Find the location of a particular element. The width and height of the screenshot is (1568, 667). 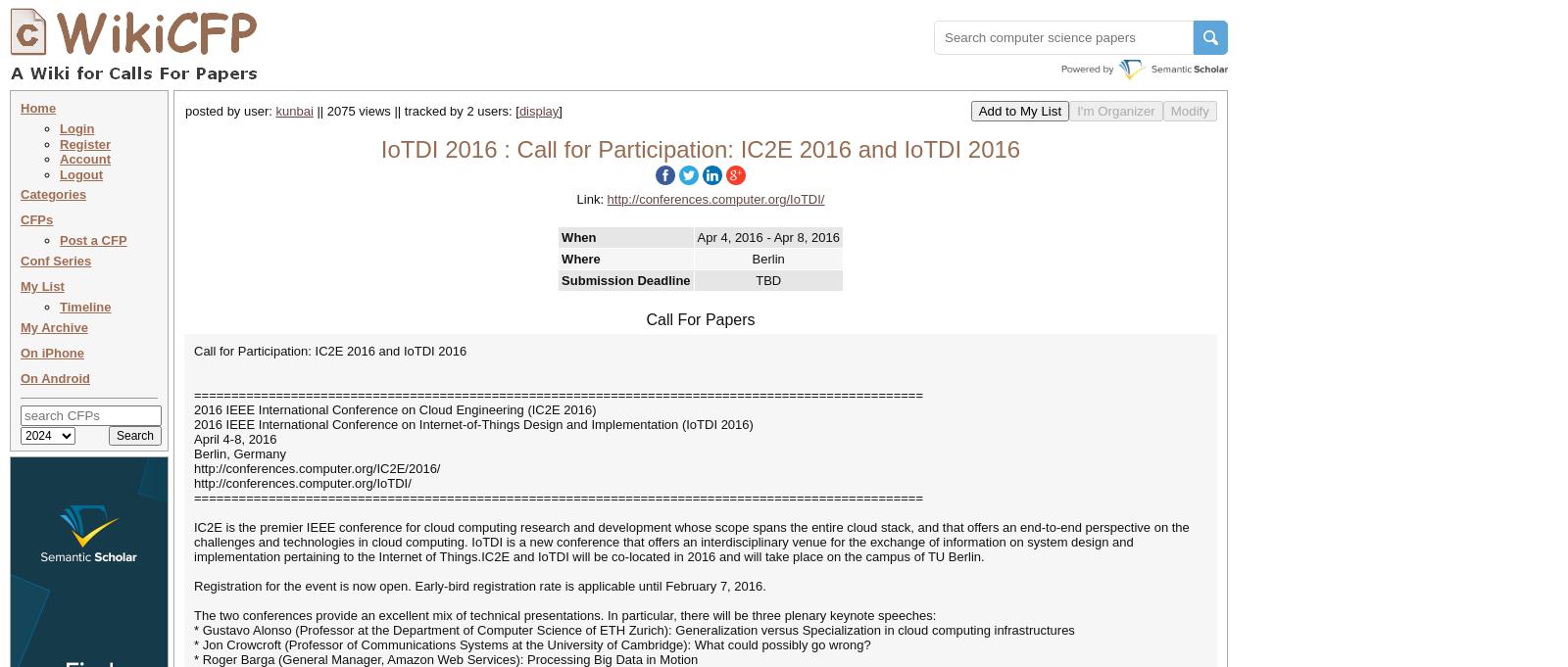

'posted by user:' is located at coordinates (230, 110).